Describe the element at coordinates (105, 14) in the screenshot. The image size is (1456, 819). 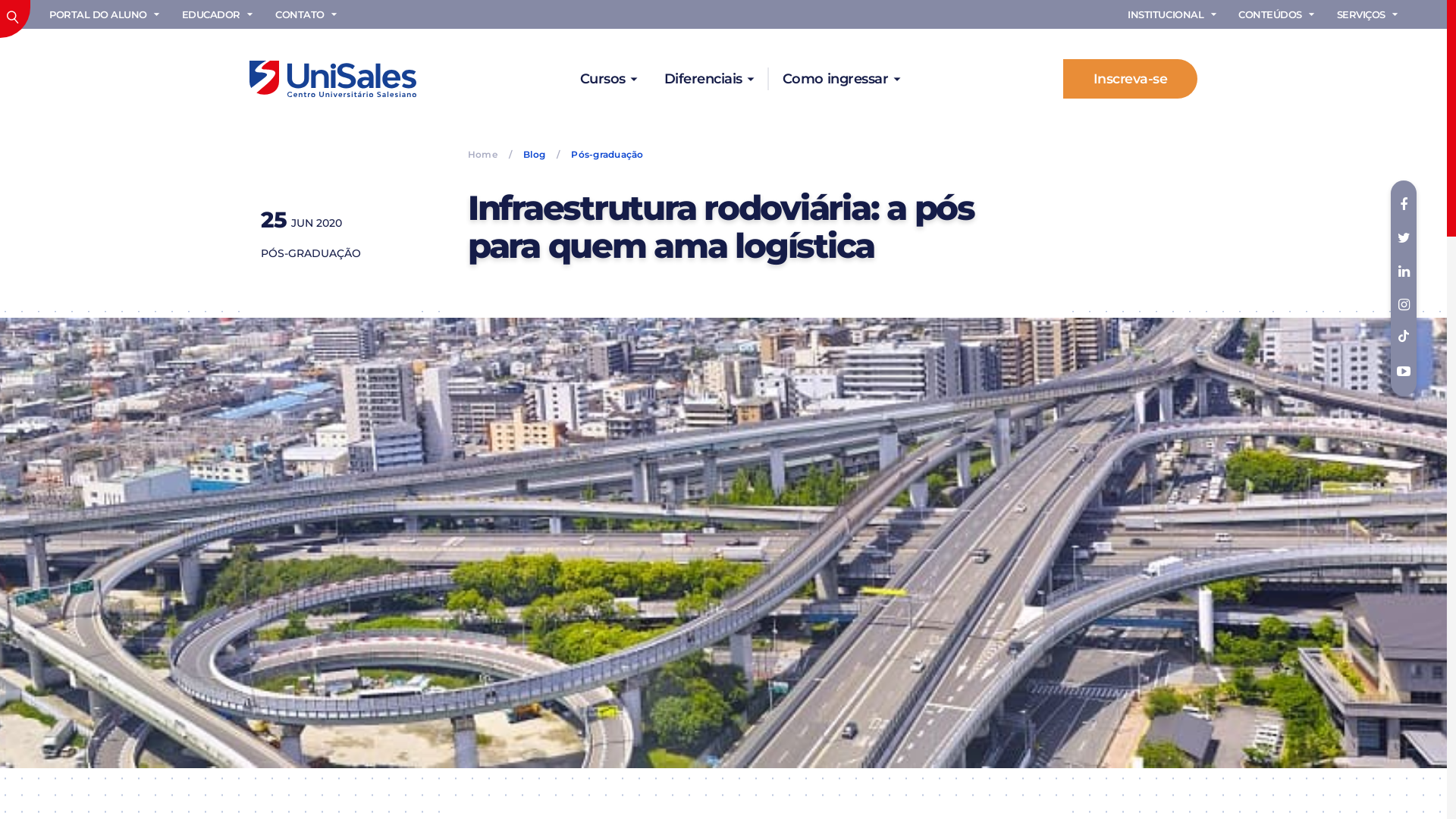
I see `'PORTAL DO ALUNO'` at that location.